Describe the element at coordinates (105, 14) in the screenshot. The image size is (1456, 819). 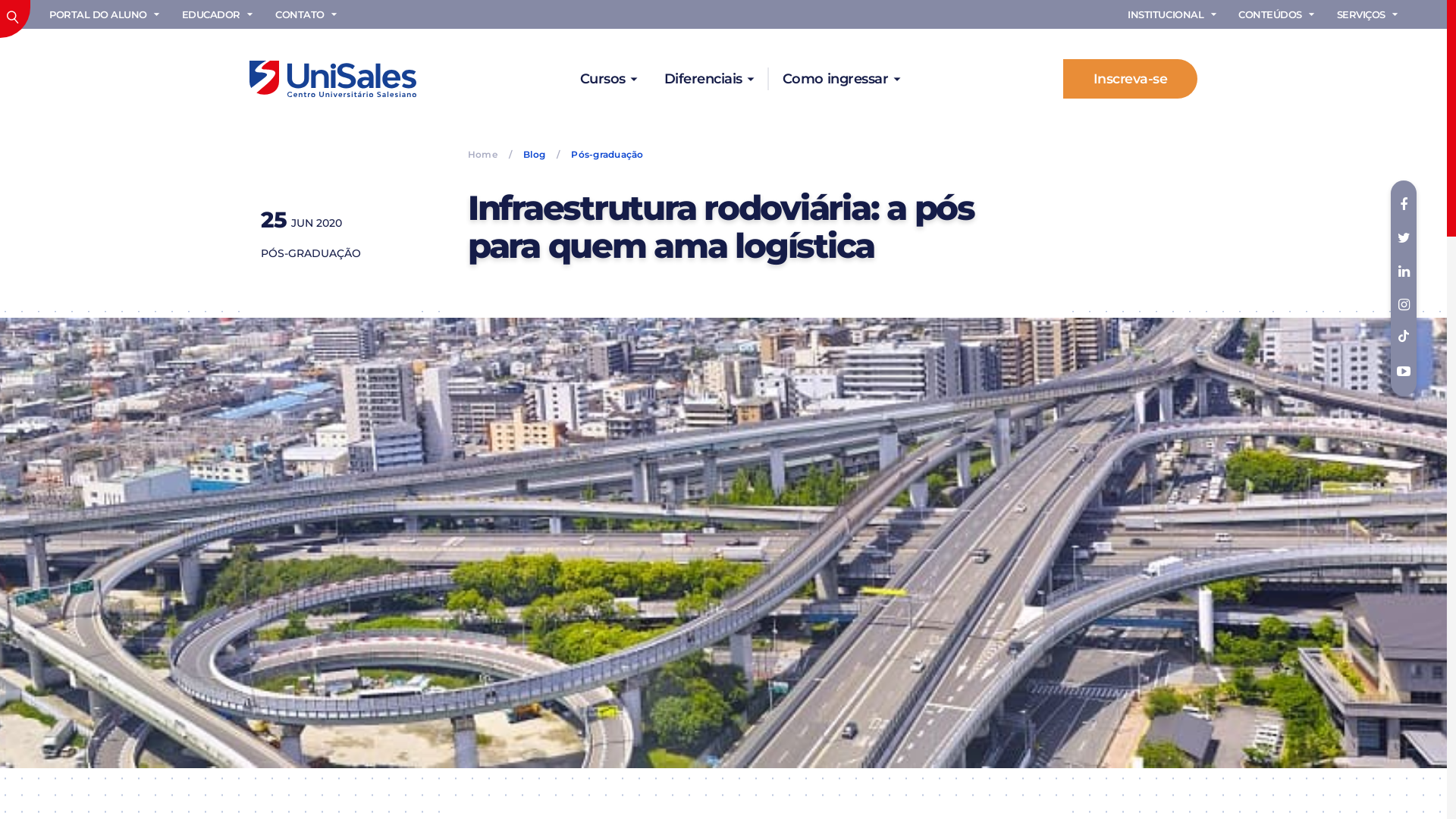
I see `'PORTAL DO ALUNO'` at that location.